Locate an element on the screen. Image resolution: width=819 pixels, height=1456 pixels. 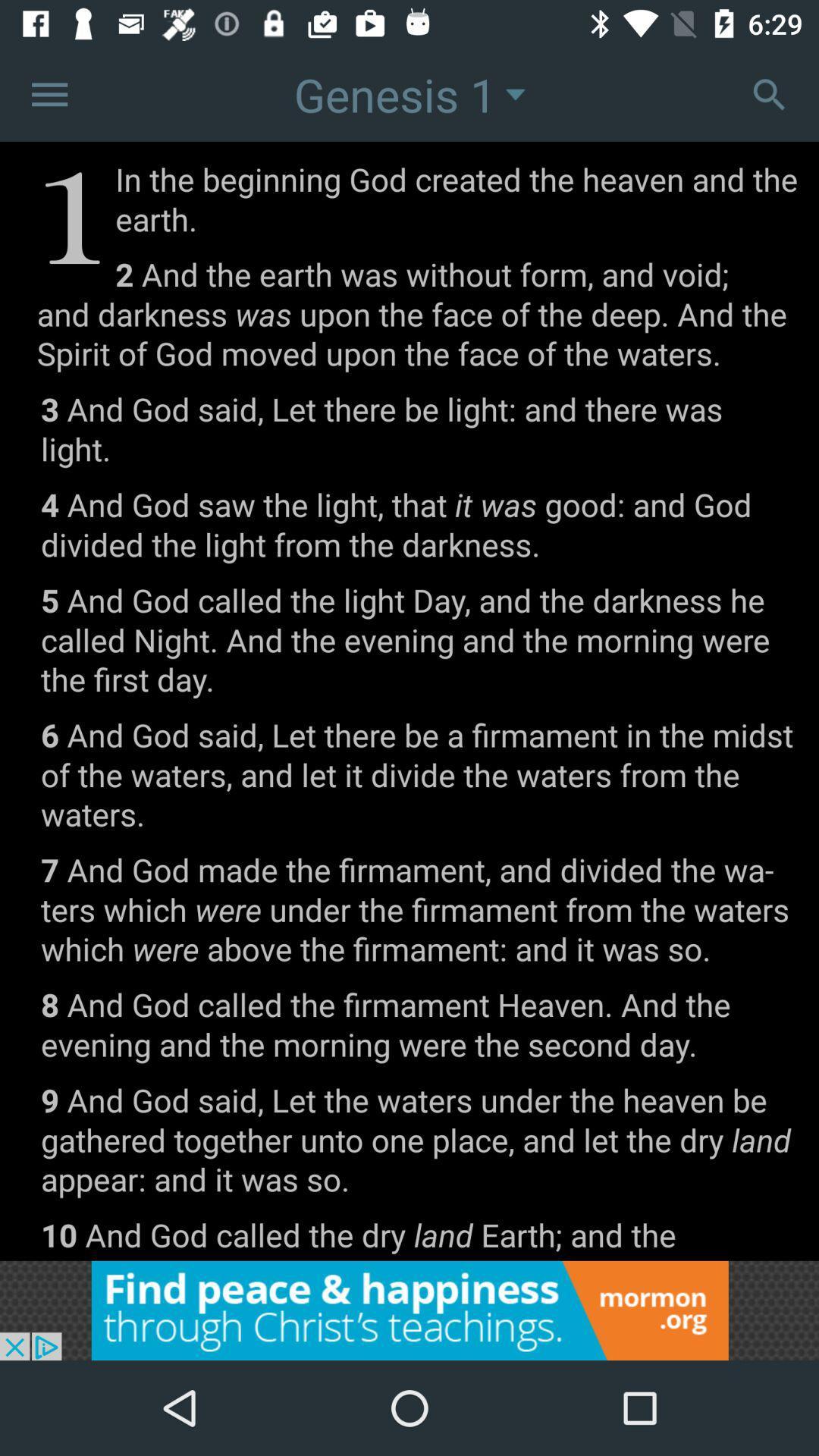
search is located at coordinates (769, 93).